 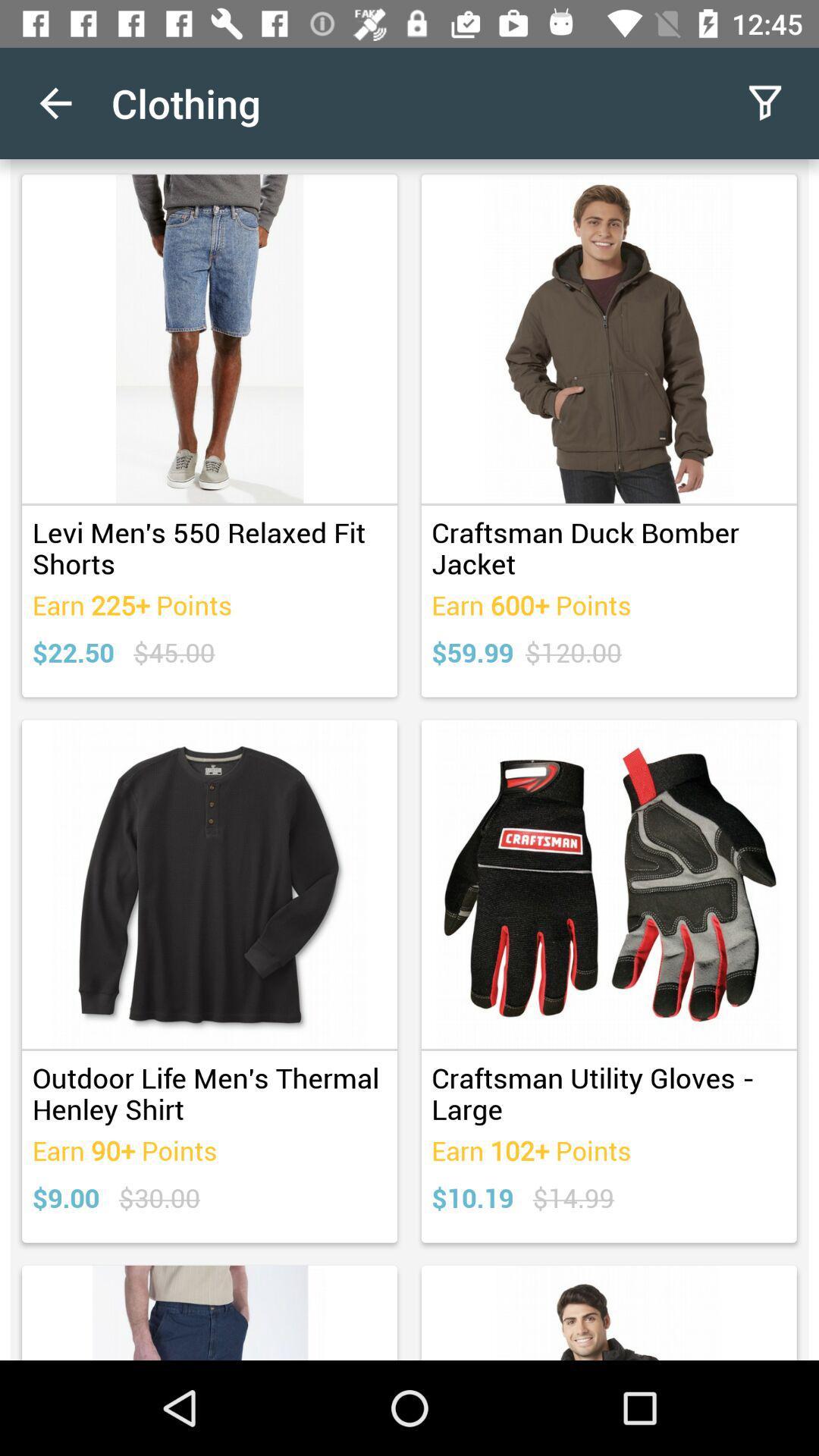 What do you see at coordinates (409, 760) in the screenshot?
I see `advertisement` at bounding box center [409, 760].